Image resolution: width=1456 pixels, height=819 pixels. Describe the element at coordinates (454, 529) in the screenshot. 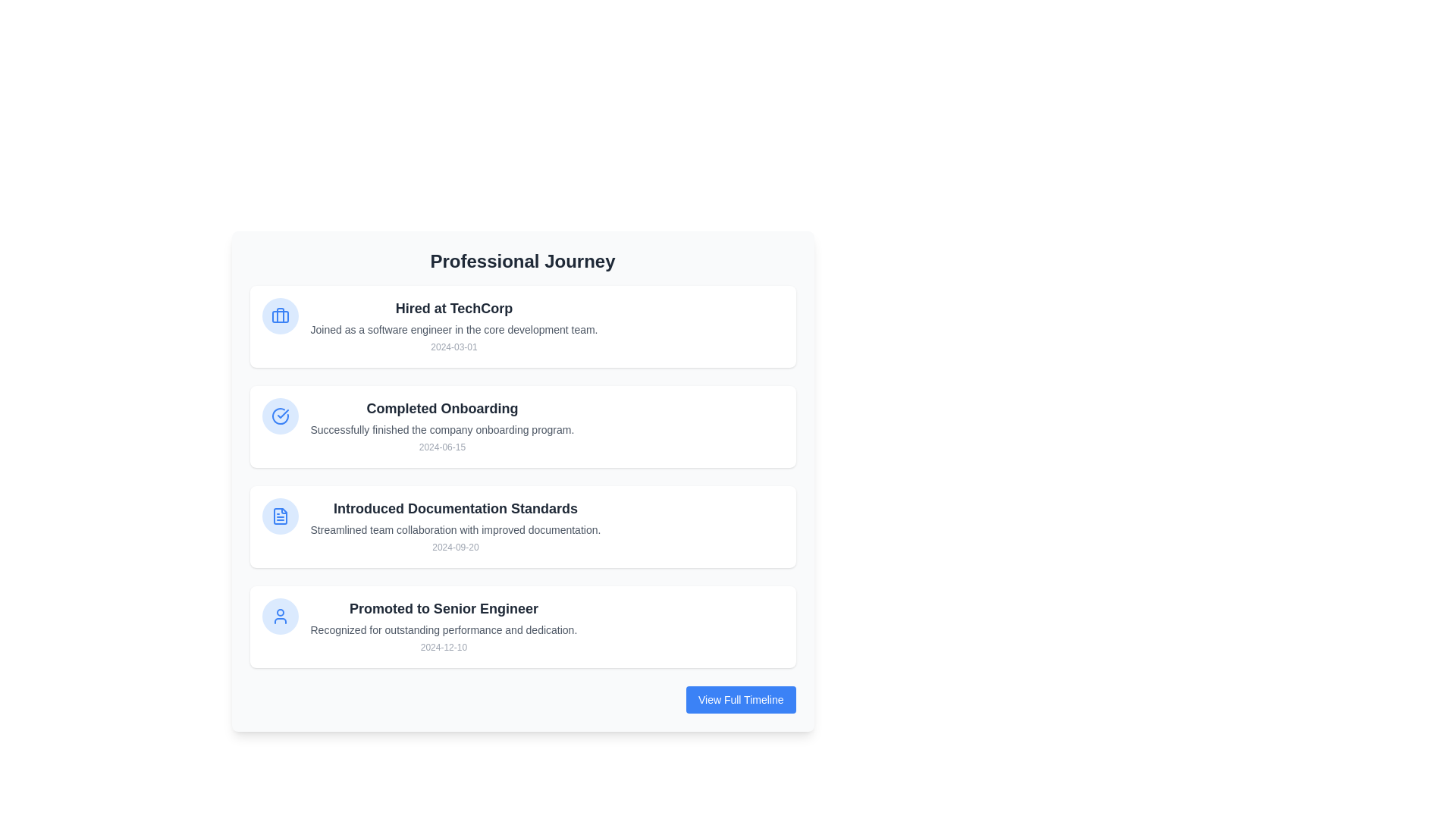

I see `text of the Text block that contains the description 'Streamlined team collaboration with improved documentation.' positioned below the heading 'Introduced Documentation Standards.'` at that location.